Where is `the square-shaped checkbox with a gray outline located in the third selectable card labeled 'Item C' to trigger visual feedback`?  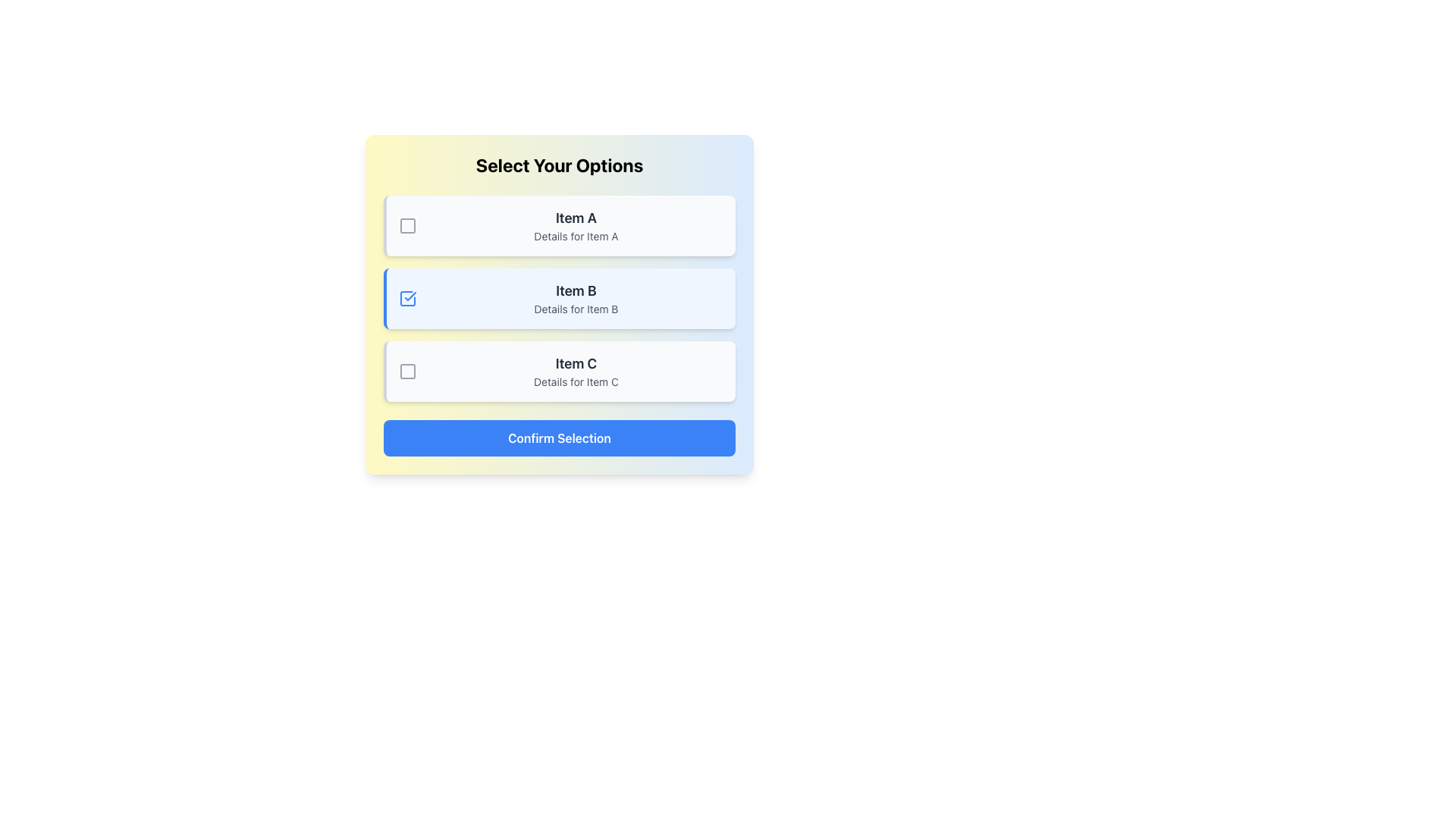
the square-shaped checkbox with a gray outline located in the third selectable card labeled 'Item C' to trigger visual feedback is located at coordinates (407, 371).